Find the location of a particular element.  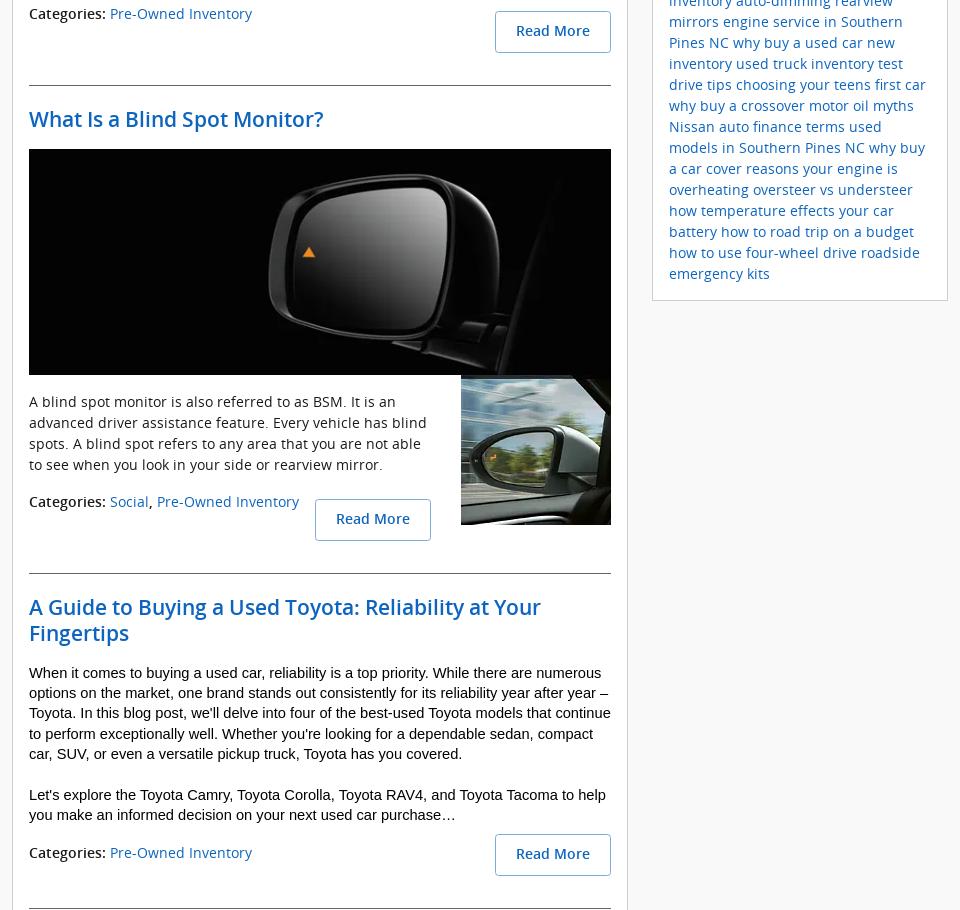

'how to use four-wheel drive' is located at coordinates (764, 251).